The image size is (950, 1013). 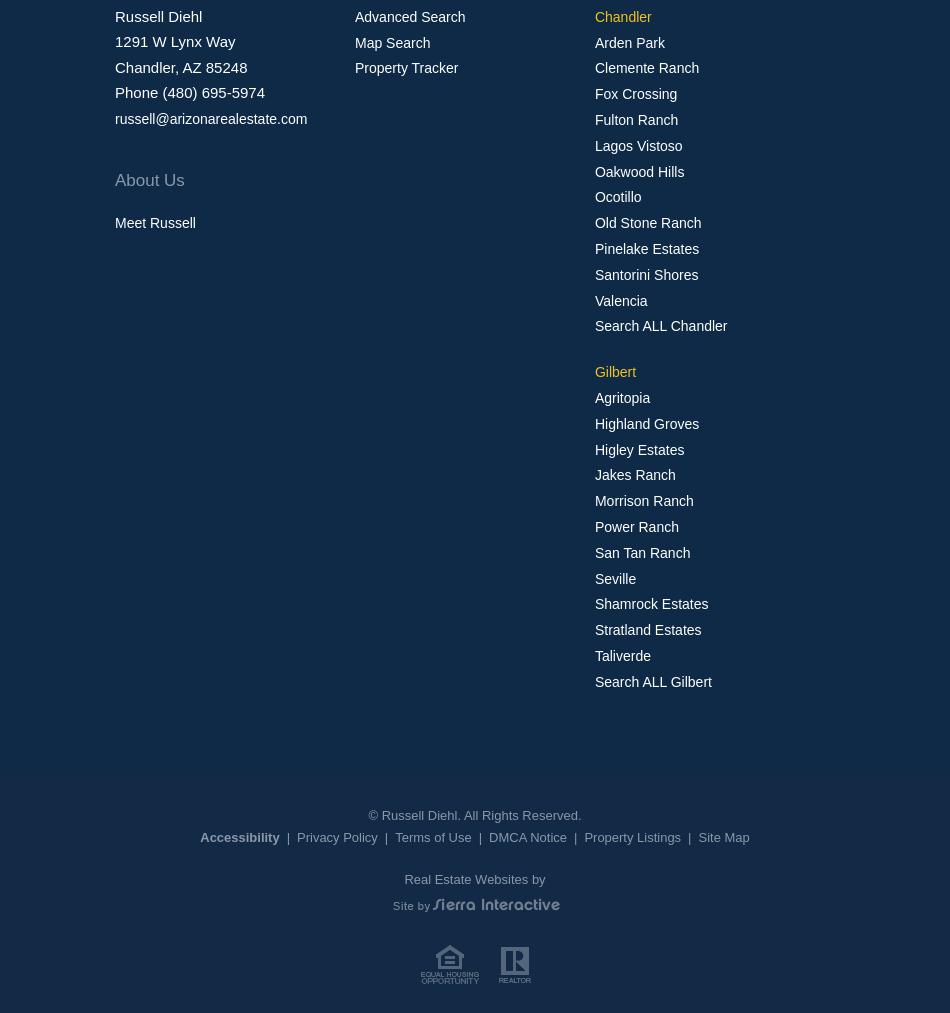 What do you see at coordinates (621, 396) in the screenshot?
I see `'Agritopia'` at bounding box center [621, 396].